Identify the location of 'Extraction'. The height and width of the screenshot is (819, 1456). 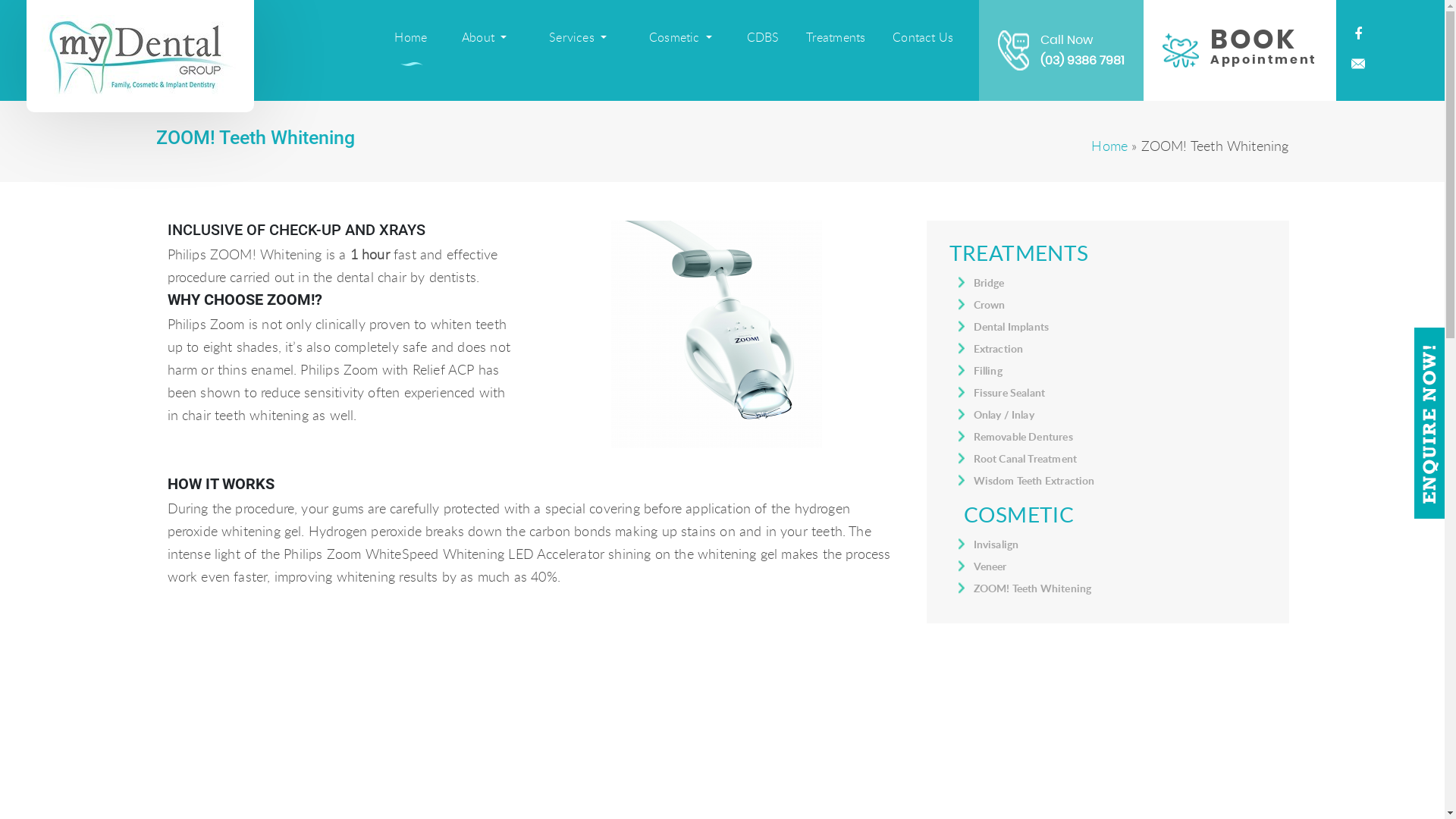
(998, 348).